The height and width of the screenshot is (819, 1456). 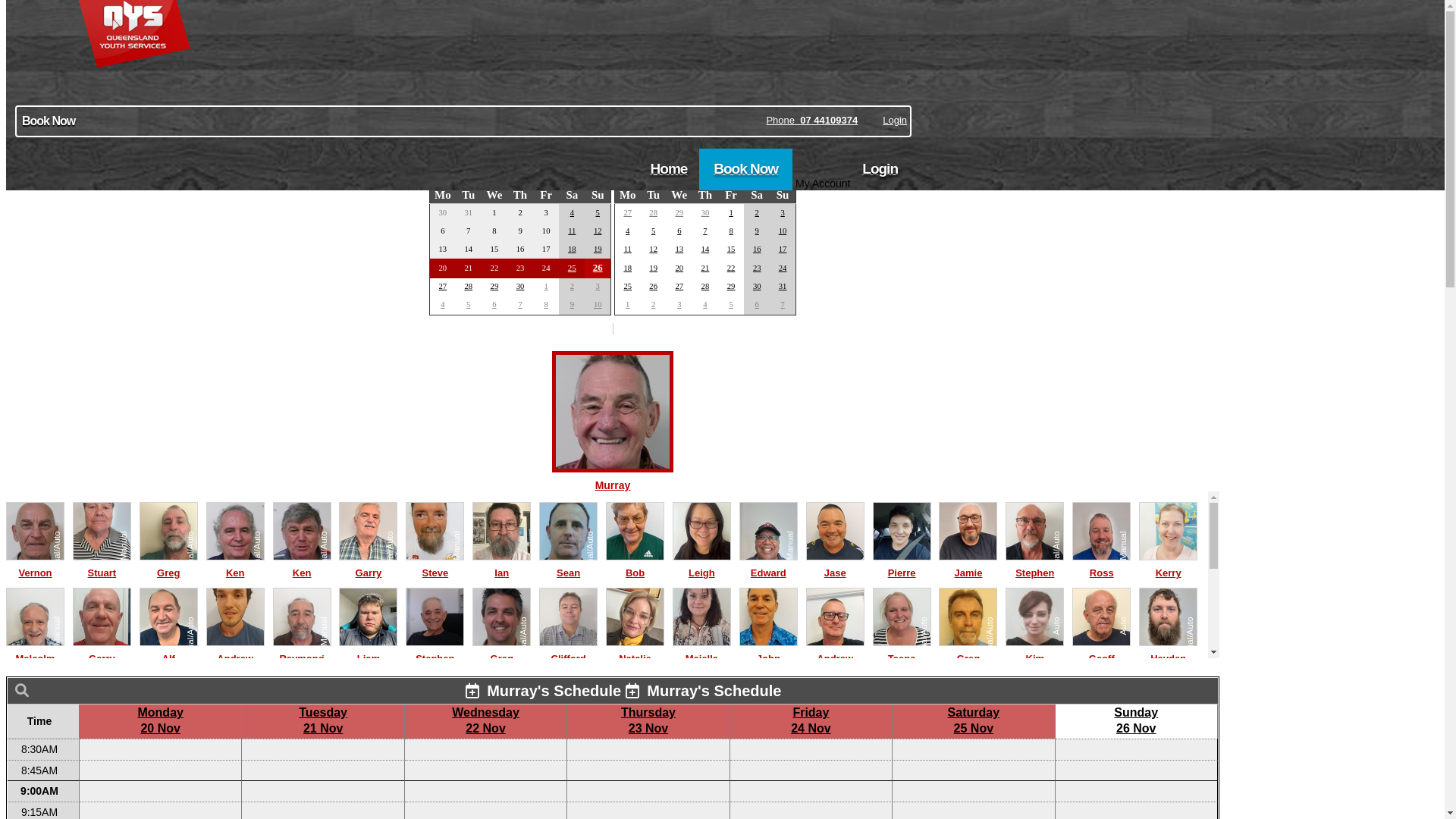 What do you see at coordinates (834, 650) in the screenshot?
I see `'Andrew'` at bounding box center [834, 650].